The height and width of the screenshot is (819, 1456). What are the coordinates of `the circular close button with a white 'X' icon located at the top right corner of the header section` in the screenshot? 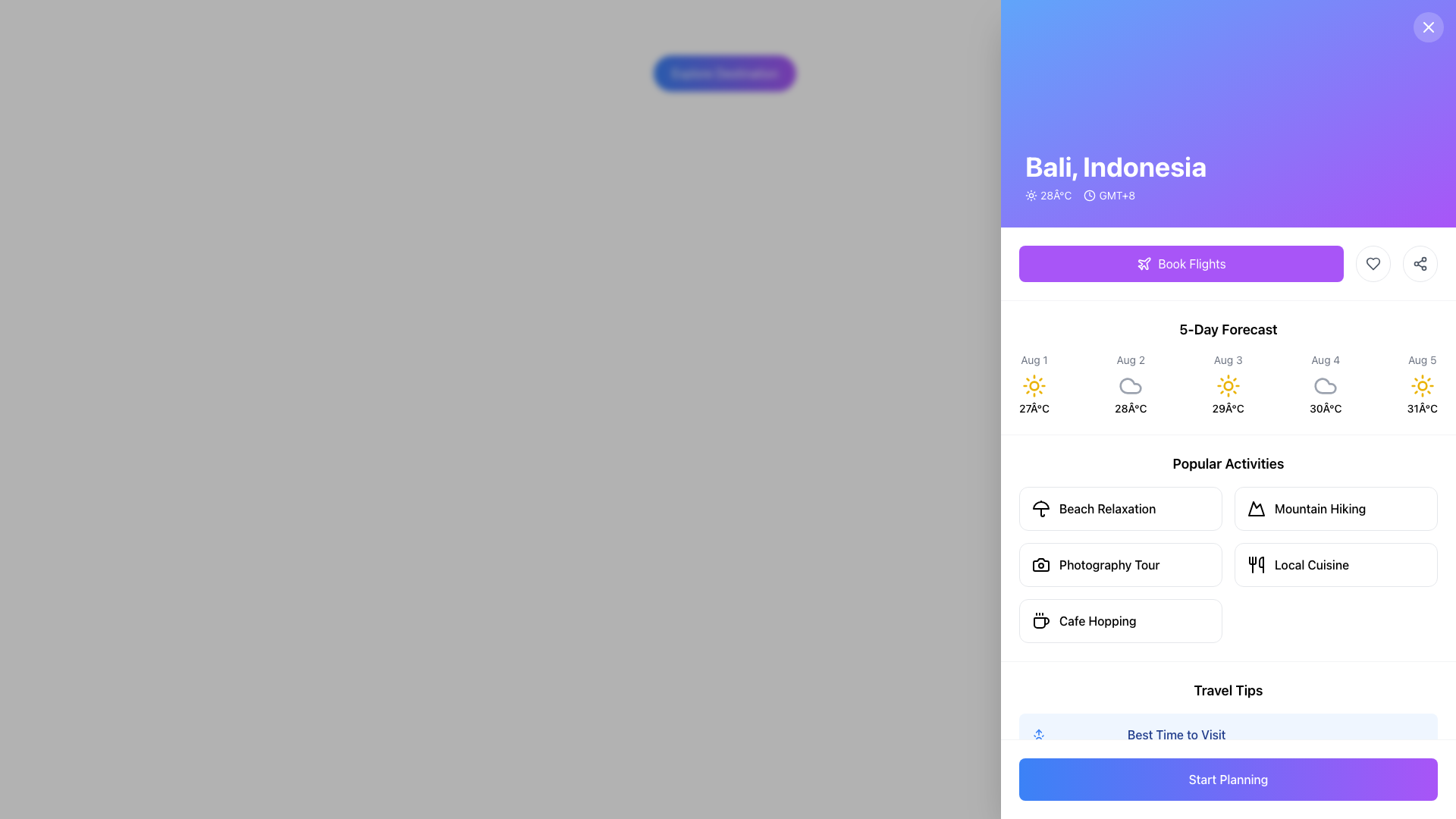 It's located at (1427, 27).